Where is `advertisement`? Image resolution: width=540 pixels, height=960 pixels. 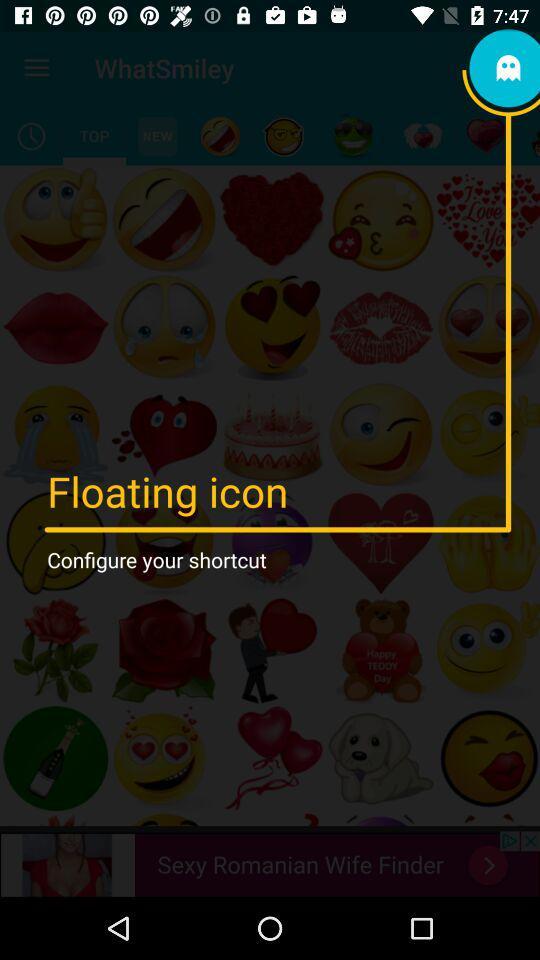
advertisement is located at coordinates (270, 863).